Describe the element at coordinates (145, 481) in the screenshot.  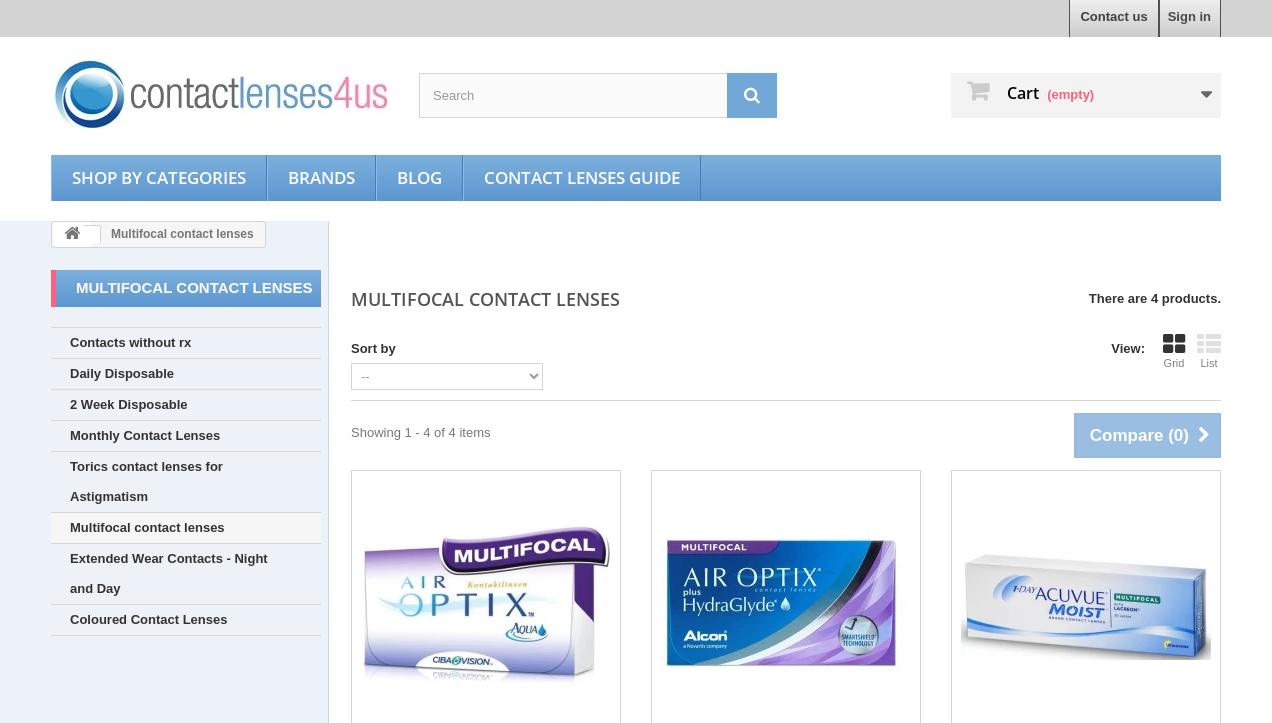
I see `'Torics contact lenses for Astigmatism'` at that location.